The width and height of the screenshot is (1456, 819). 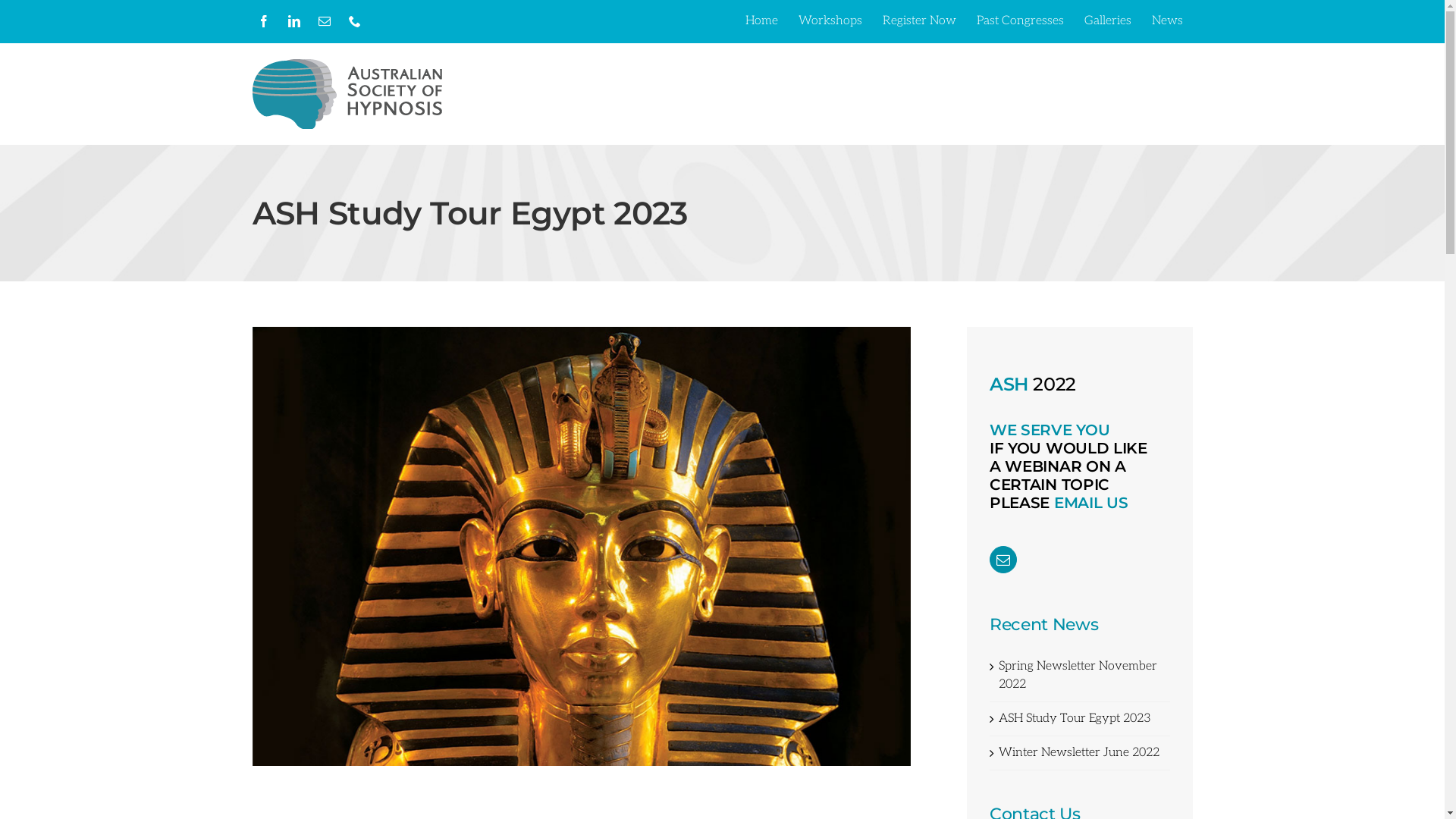 What do you see at coordinates (918, 20) in the screenshot?
I see `'Register Now'` at bounding box center [918, 20].